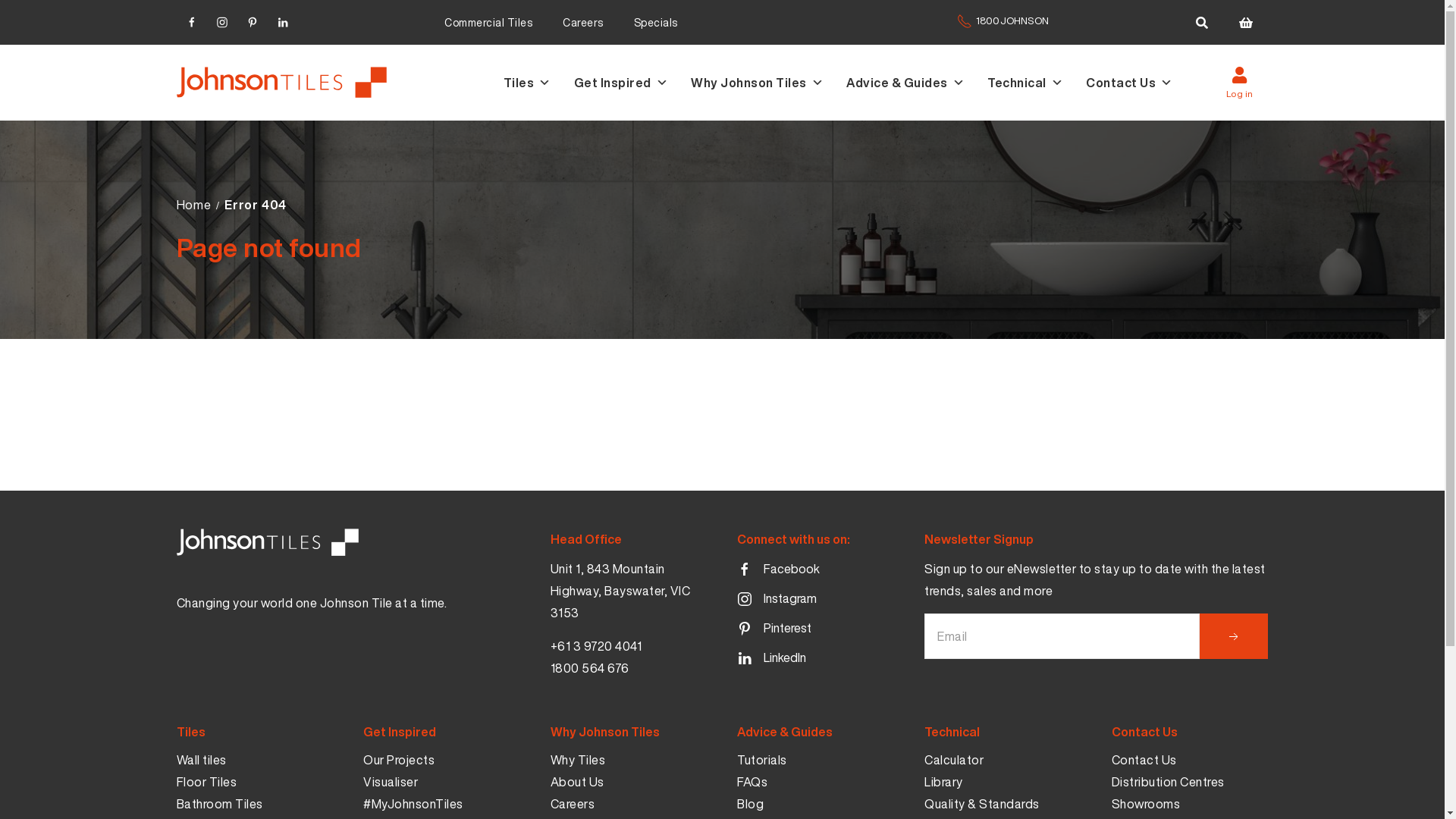 This screenshot has height=819, width=1456. Describe the element at coordinates (924, 782) in the screenshot. I see `'Library'` at that location.